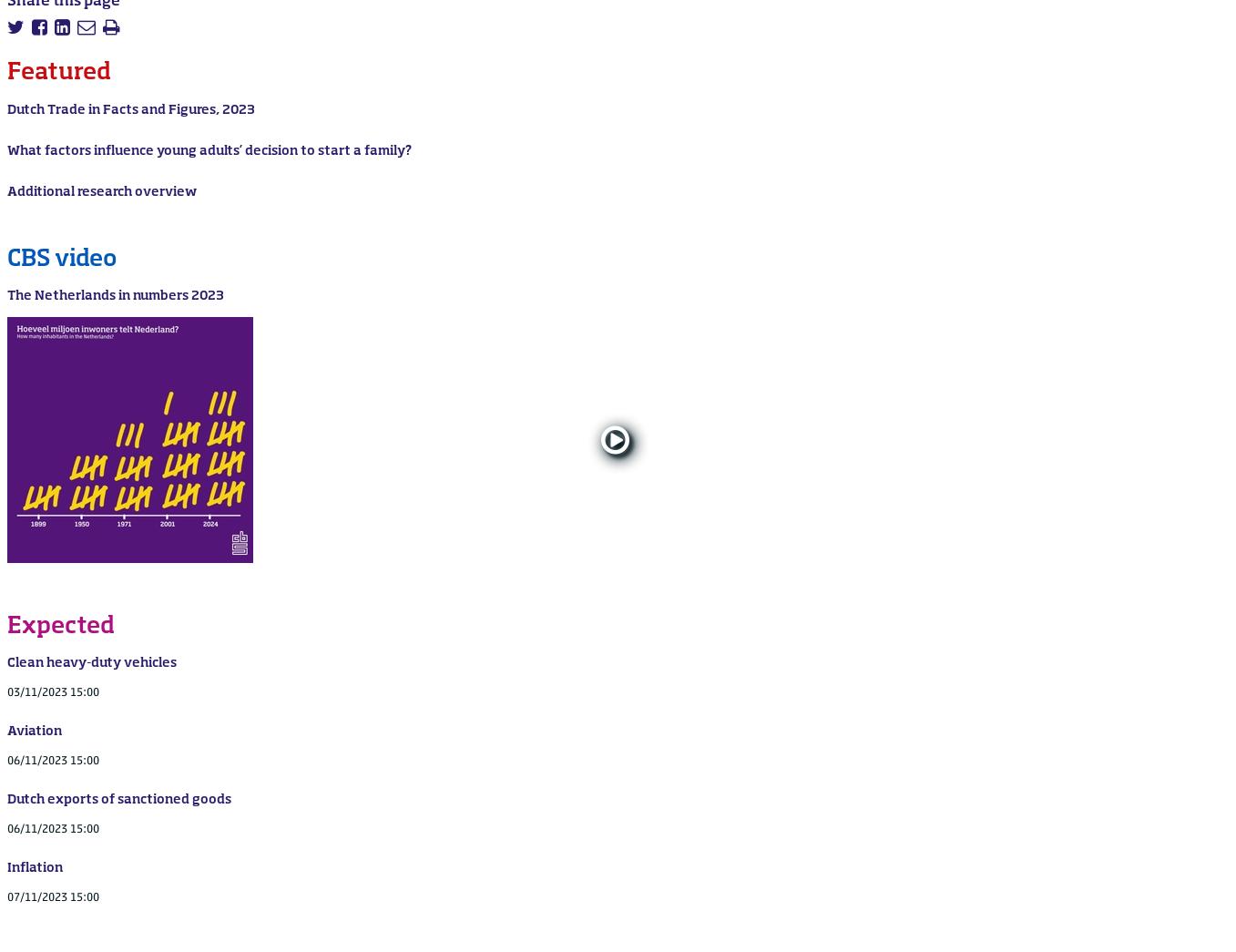 This screenshot has height=952, width=1236. Describe the element at coordinates (6, 798) in the screenshot. I see `'Dutch exports of sanctioned goods'` at that location.